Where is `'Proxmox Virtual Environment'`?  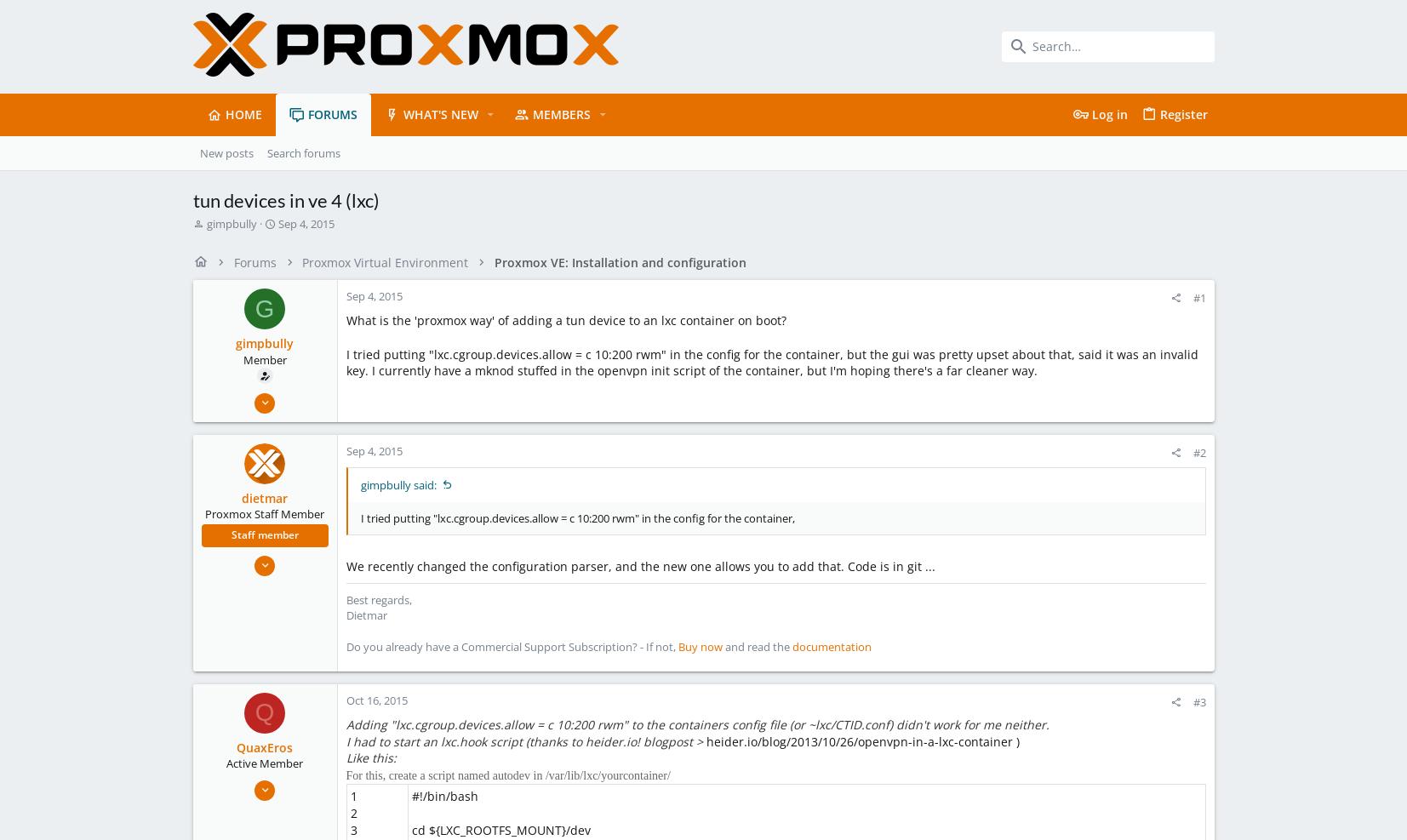
'Proxmox Virtual Environment' is located at coordinates (384, 260).